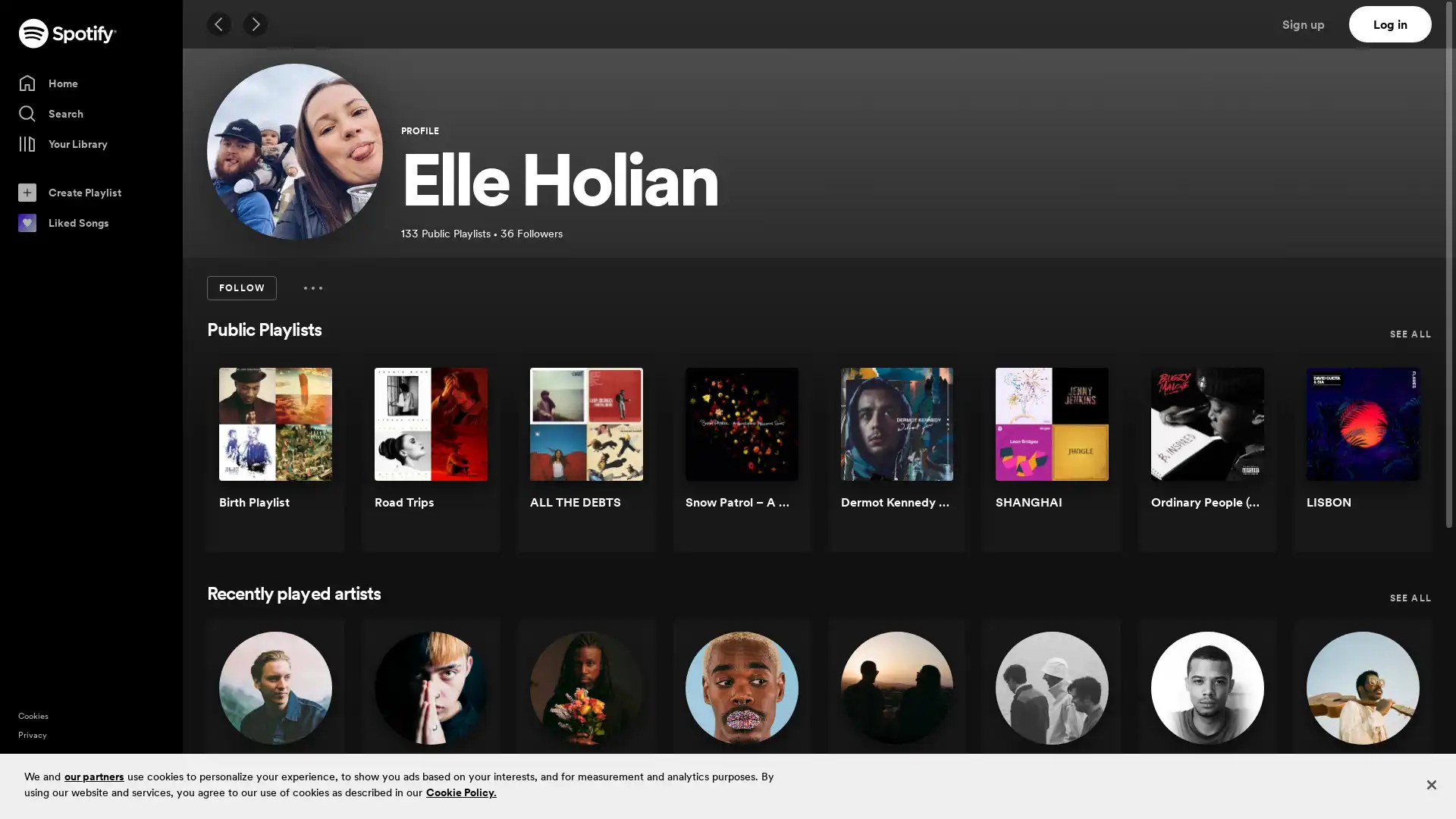  What do you see at coordinates (1430, 784) in the screenshot?
I see `Close` at bounding box center [1430, 784].